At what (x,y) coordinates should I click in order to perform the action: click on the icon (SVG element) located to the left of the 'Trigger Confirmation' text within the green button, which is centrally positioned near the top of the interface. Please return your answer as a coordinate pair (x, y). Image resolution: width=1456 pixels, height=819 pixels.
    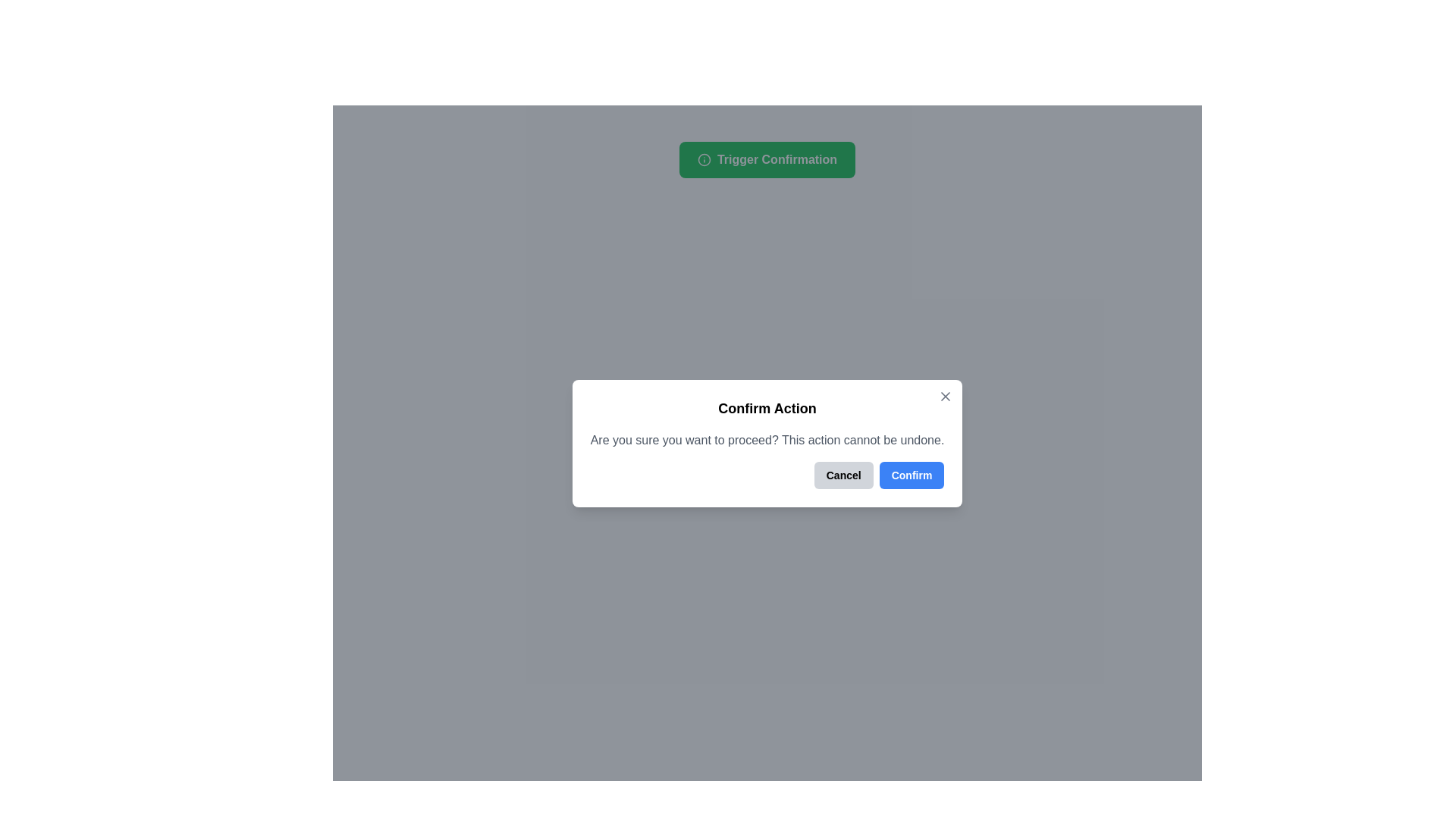
    Looking at the image, I should click on (703, 160).